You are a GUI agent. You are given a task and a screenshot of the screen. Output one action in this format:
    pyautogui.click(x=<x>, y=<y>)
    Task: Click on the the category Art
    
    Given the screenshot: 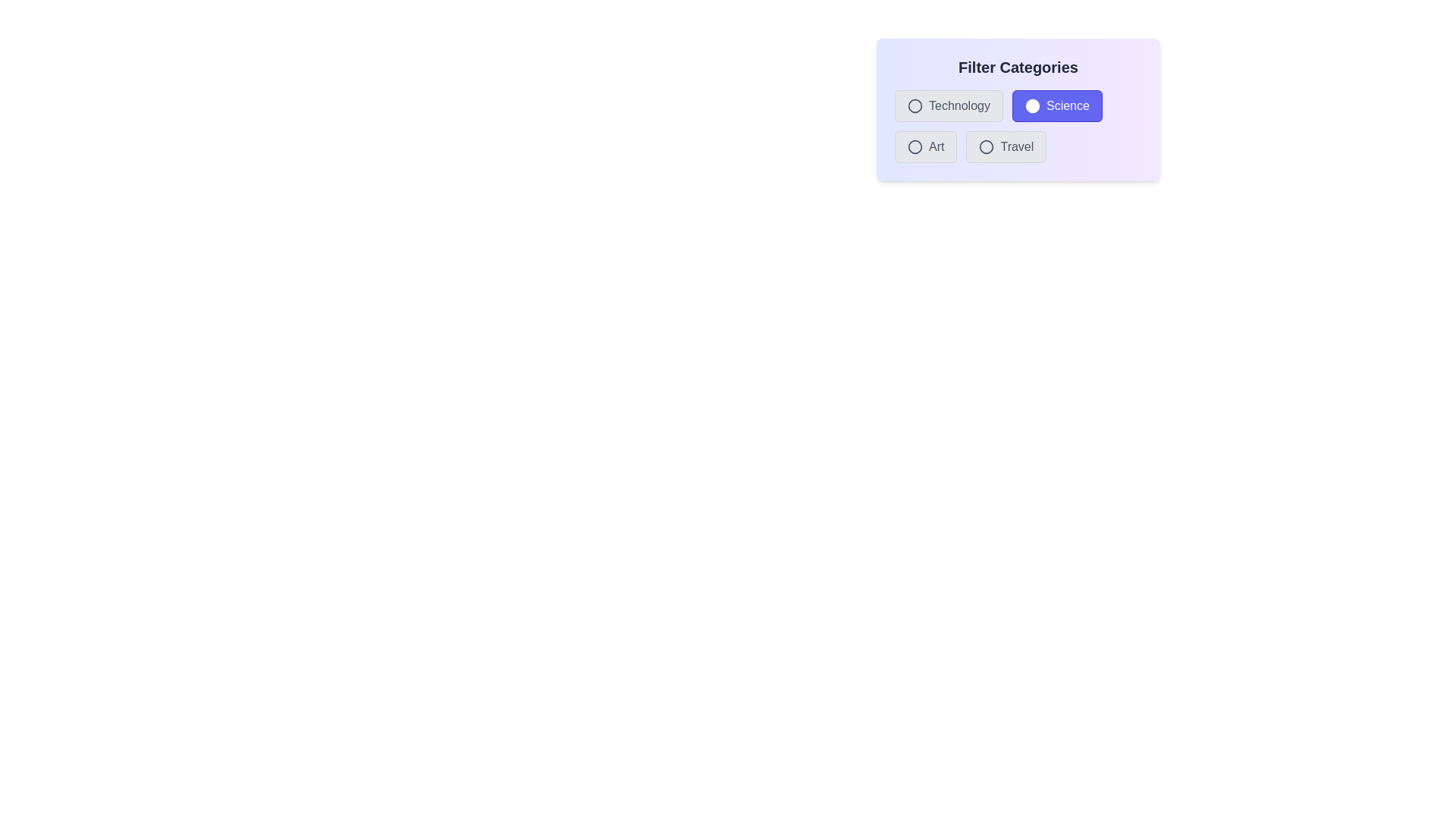 What is the action you would take?
    pyautogui.click(x=914, y=146)
    